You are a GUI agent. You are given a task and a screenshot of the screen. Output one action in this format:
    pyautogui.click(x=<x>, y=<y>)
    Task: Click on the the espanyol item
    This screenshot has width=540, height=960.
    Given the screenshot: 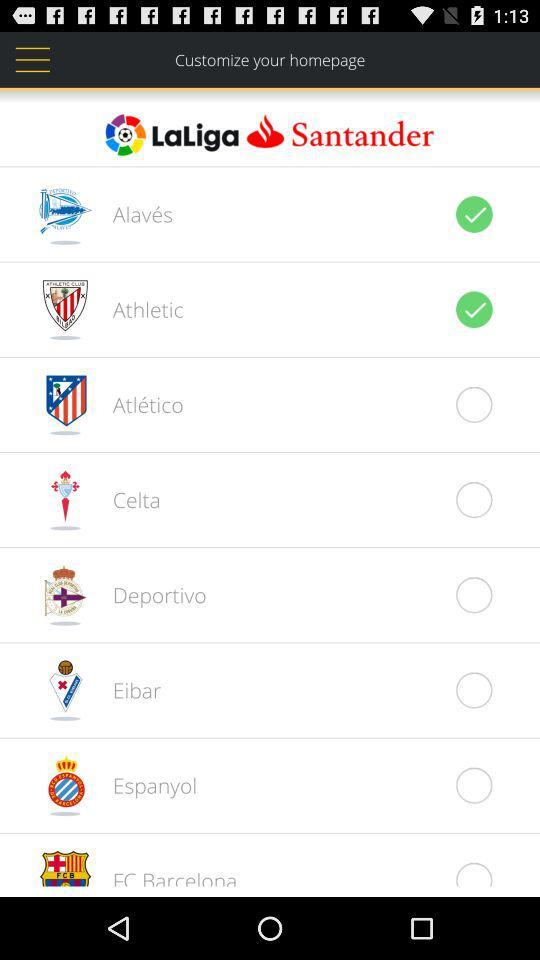 What is the action you would take?
    pyautogui.click(x=143, y=785)
    